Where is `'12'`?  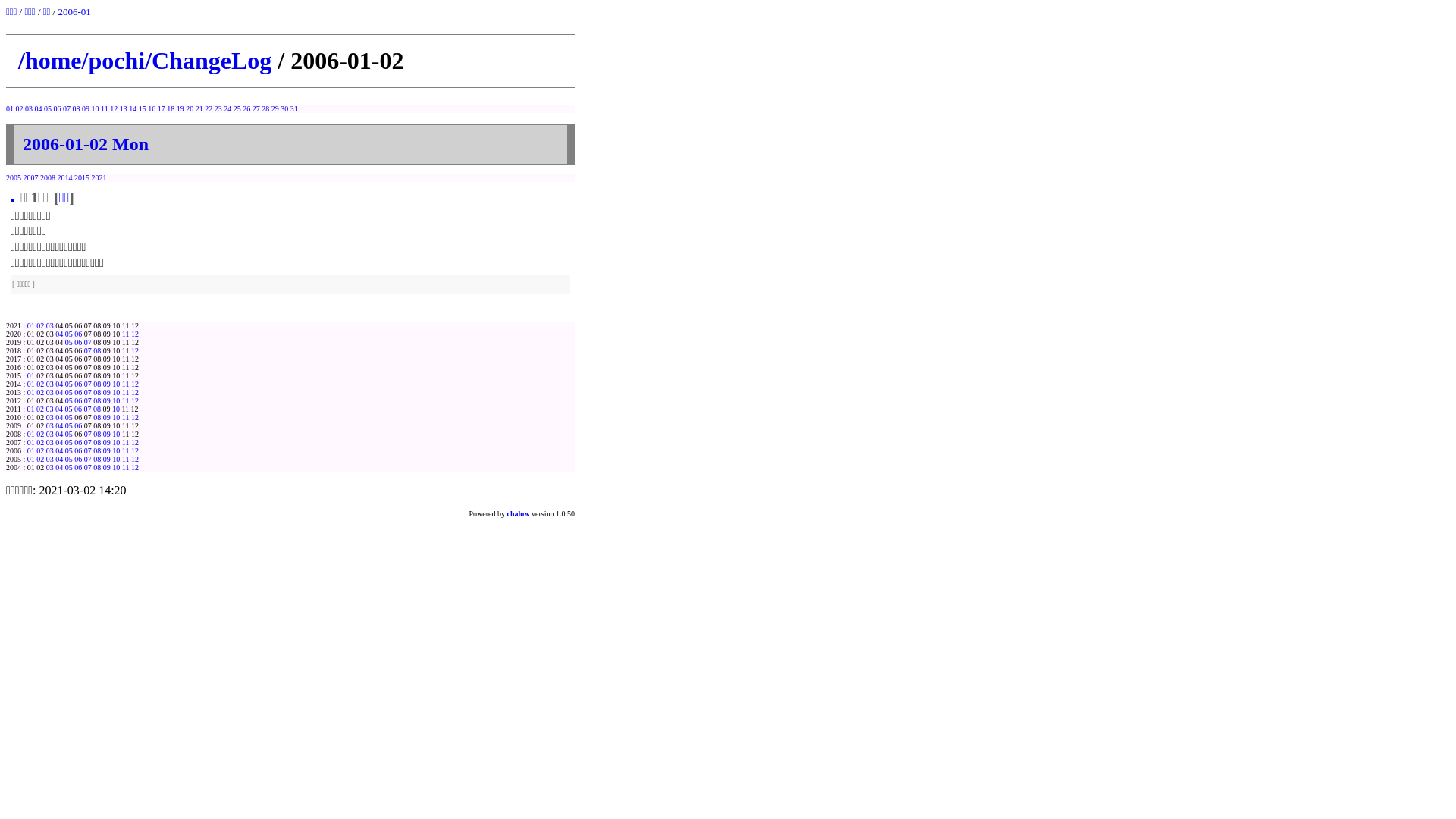 '12' is located at coordinates (134, 400).